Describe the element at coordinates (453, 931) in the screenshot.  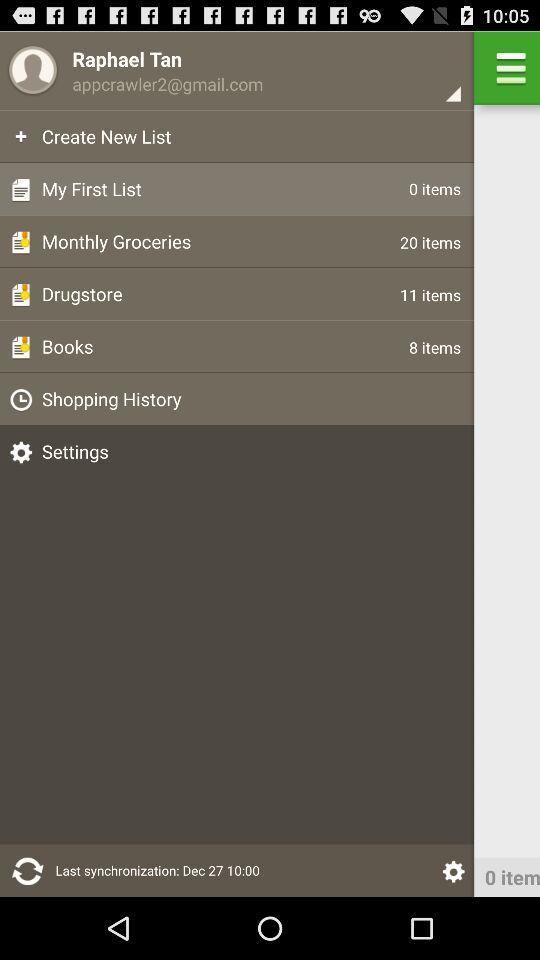
I see `the settings icon` at that location.